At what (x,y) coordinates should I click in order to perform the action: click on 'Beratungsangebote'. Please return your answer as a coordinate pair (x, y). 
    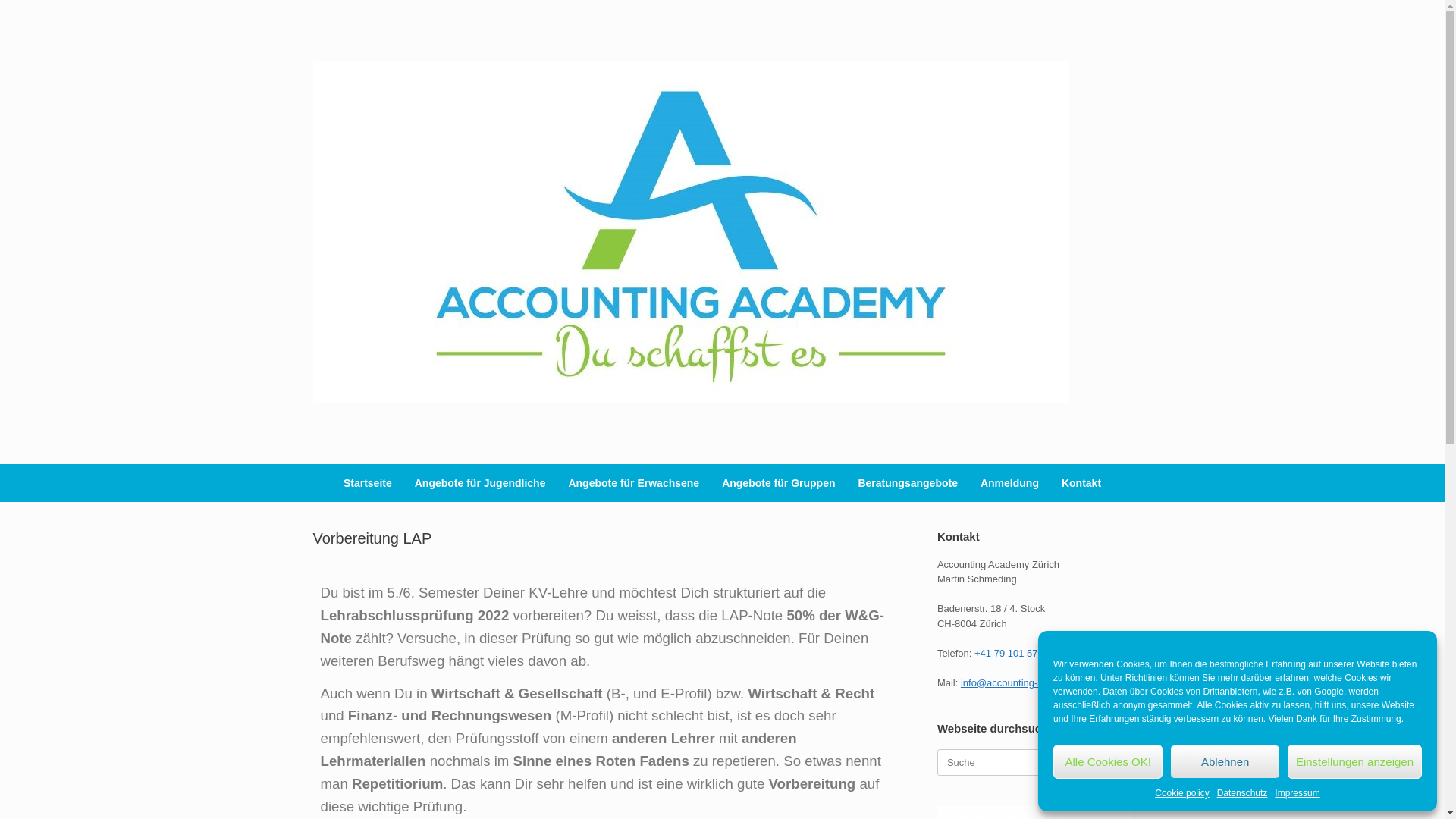
    Looking at the image, I should click on (907, 482).